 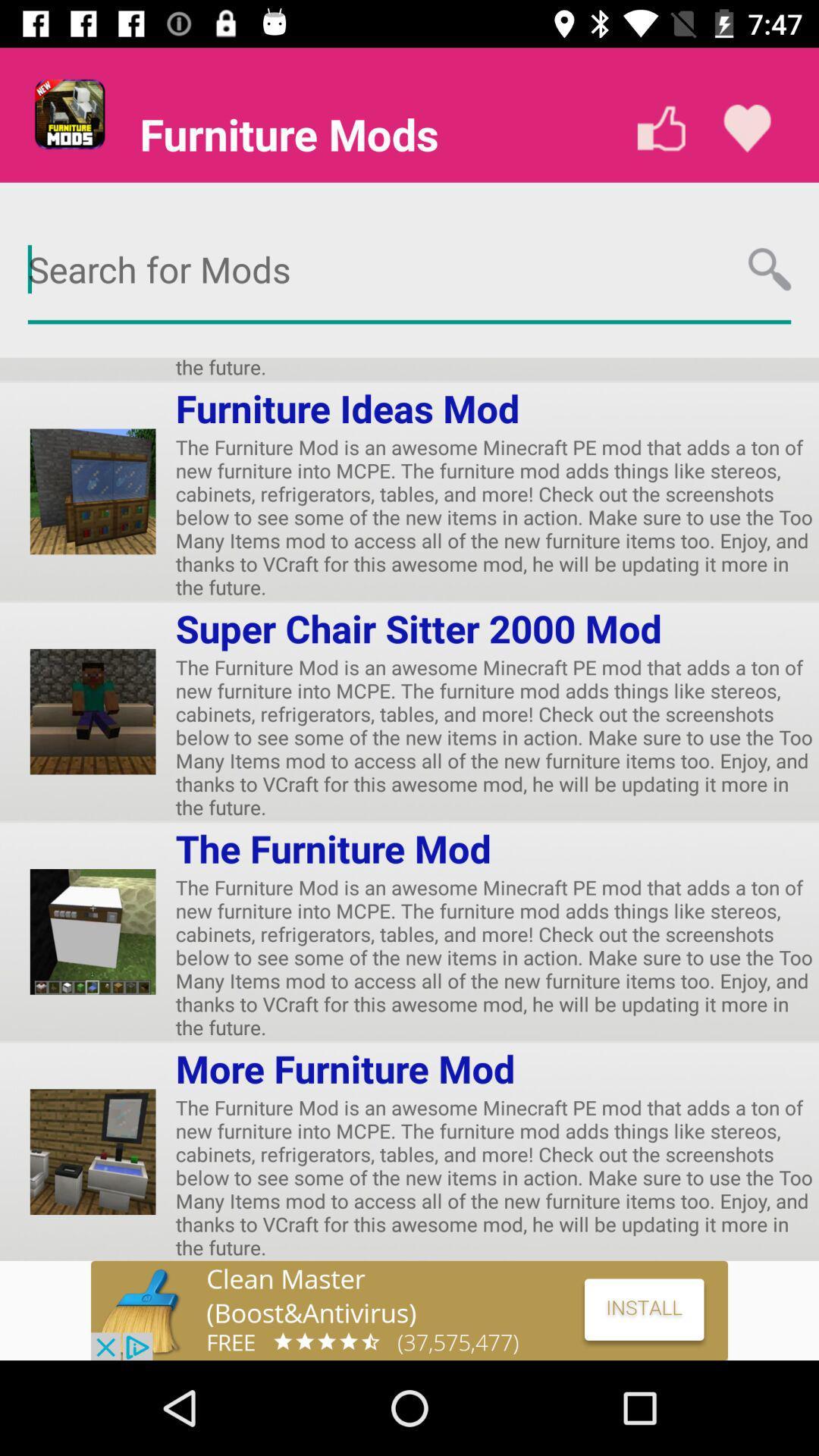 What do you see at coordinates (93, 491) in the screenshot?
I see `the first image at the left side of the page` at bounding box center [93, 491].